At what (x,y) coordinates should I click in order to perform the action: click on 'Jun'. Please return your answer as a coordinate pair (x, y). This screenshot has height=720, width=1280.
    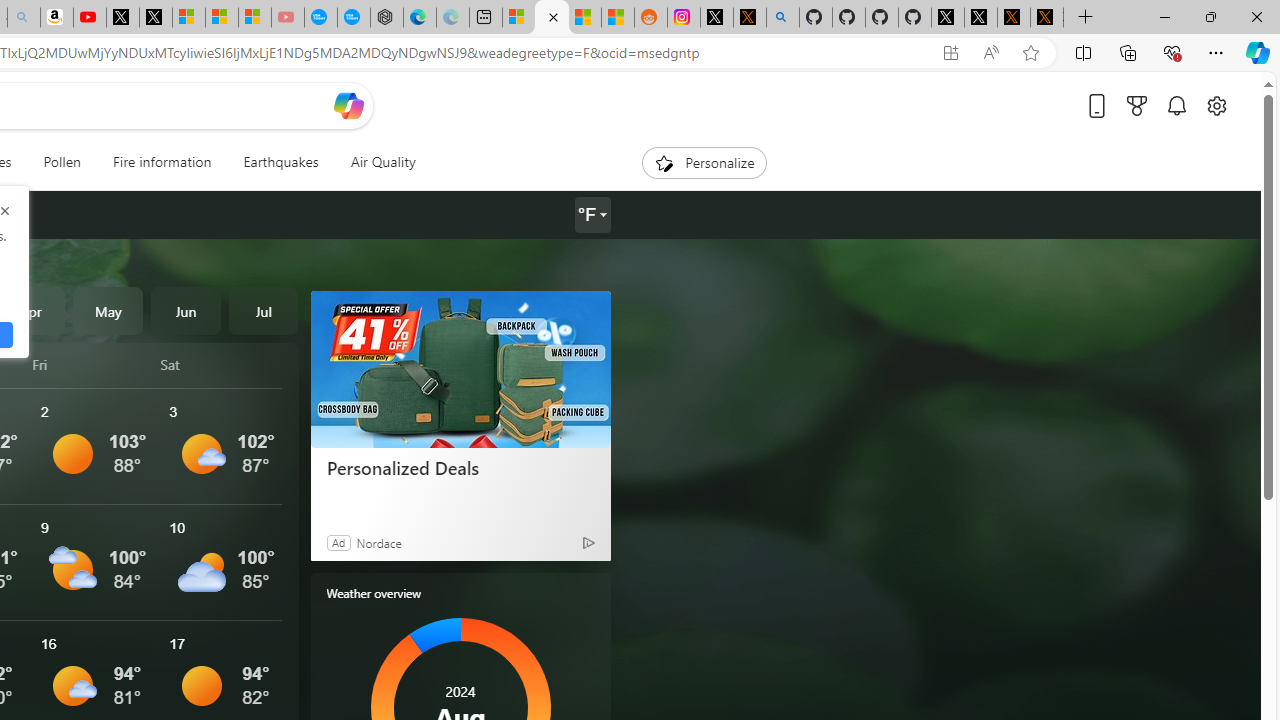
    Looking at the image, I should click on (186, 311).